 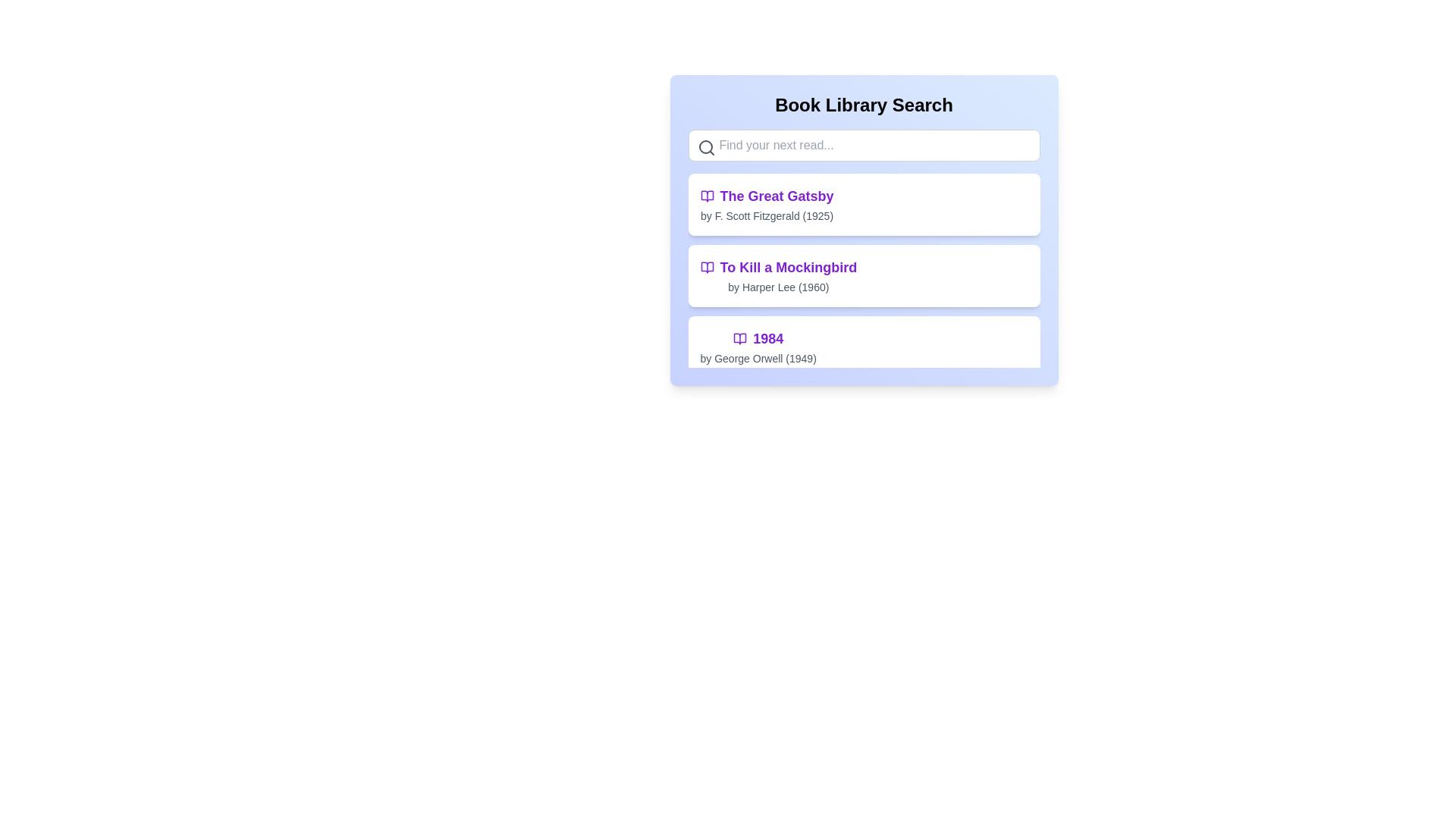 I want to click on text element titled 'The Great Gatsby' with an accompanying open book icon, located in the central area of the top card in the blue panel, so click(x=767, y=205).